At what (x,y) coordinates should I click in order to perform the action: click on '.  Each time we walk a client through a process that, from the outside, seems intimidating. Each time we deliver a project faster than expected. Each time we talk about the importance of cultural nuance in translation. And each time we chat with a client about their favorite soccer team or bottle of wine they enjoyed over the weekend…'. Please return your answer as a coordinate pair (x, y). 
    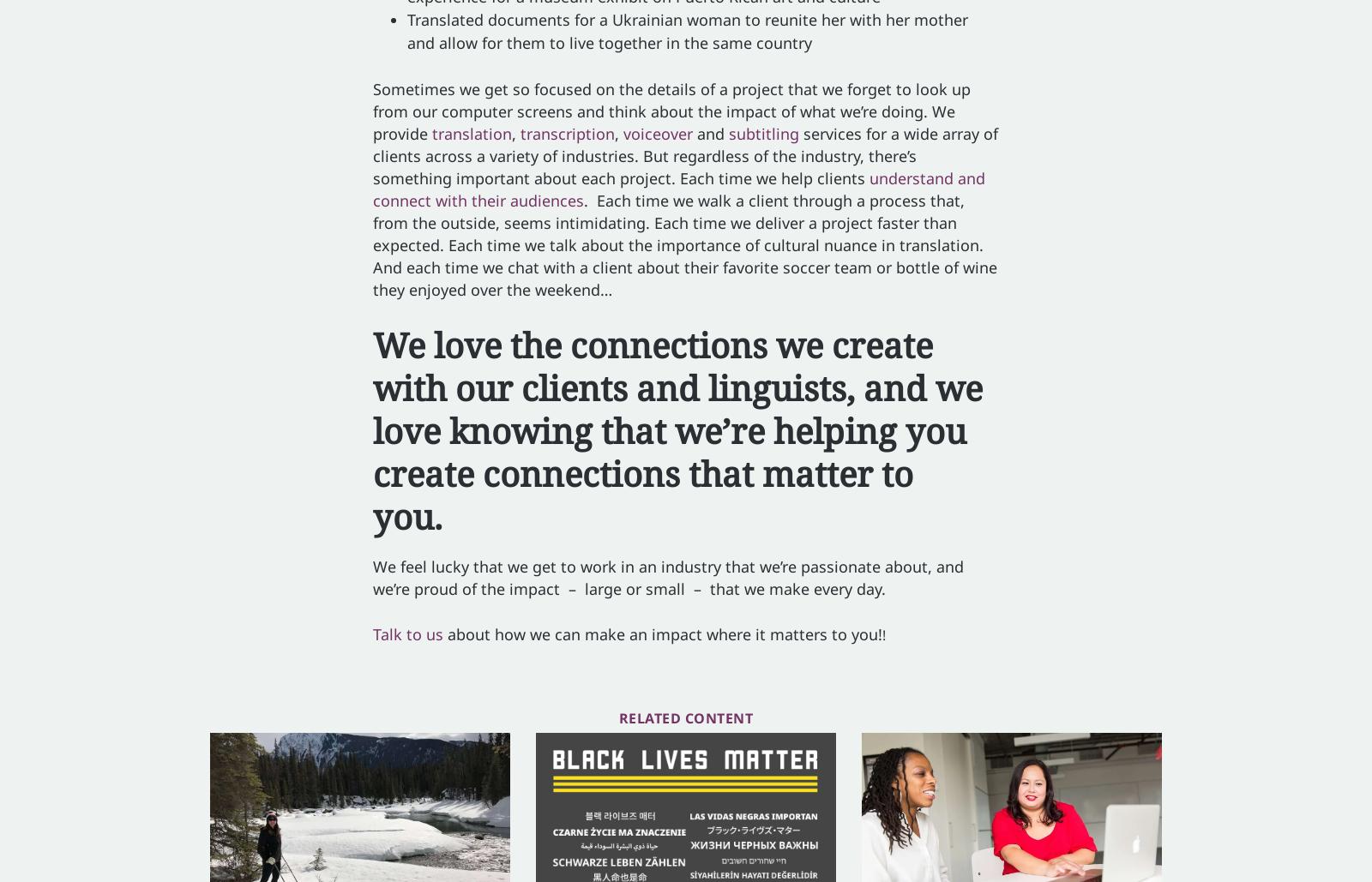
    Looking at the image, I should click on (372, 243).